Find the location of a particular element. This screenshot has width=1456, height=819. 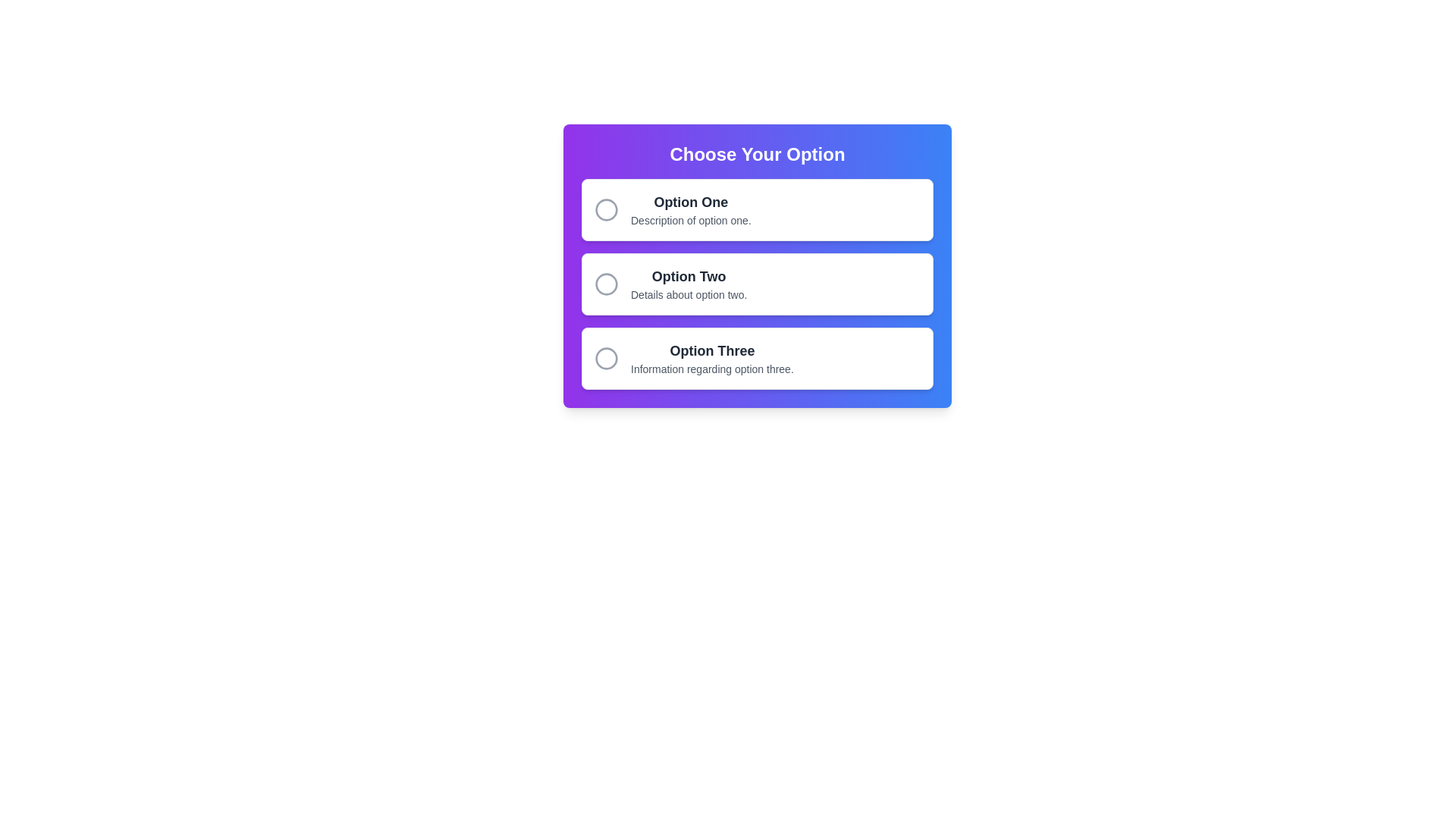

the text label reading 'Option Three' which is a bold and larger dark gray font, positioned prominently as the title of the third option in a vertical list is located at coordinates (711, 350).